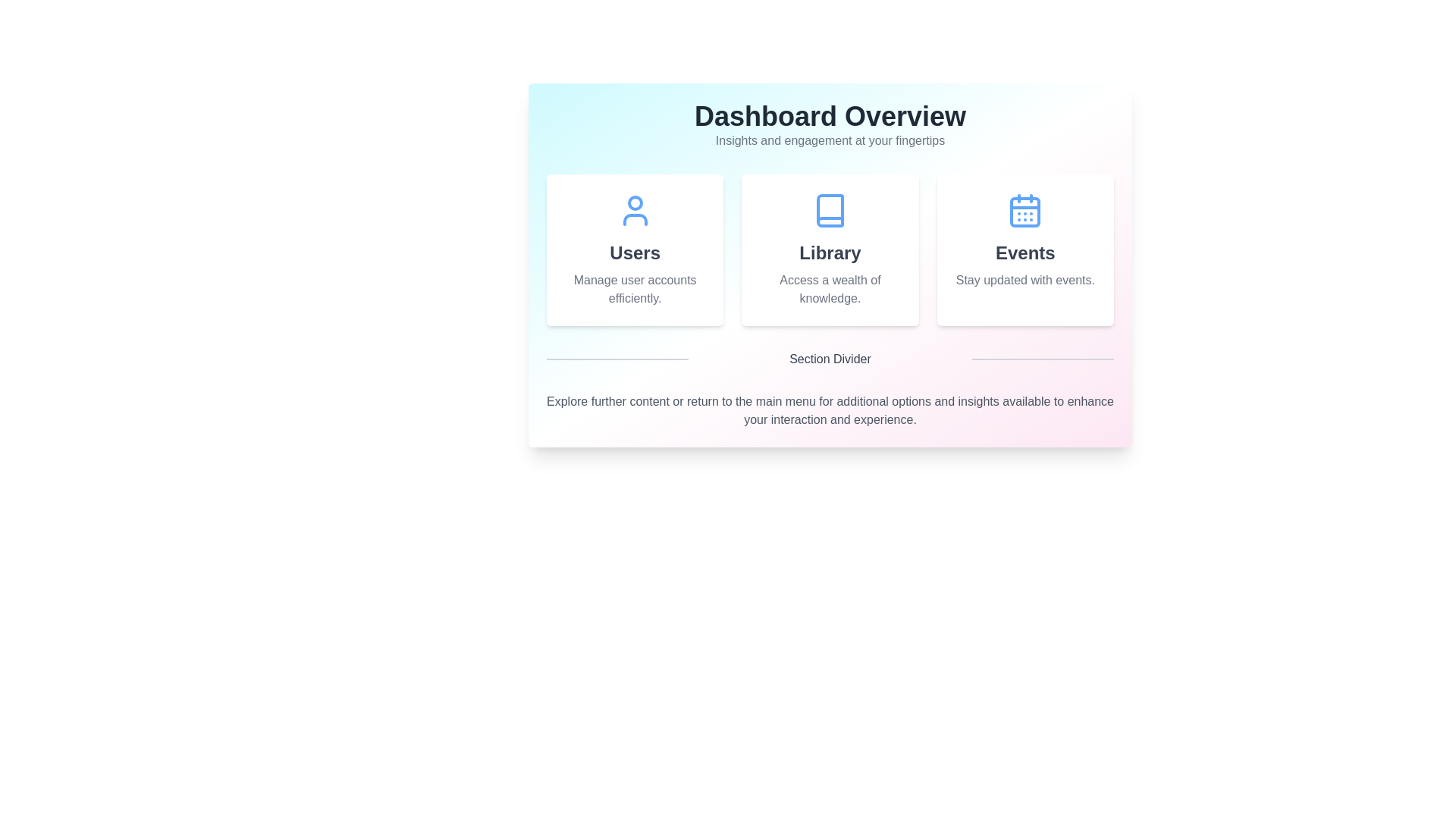  I want to click on the horizontal Separator line that is light gray and positioned to the left within the section, serving as a decorative divider, so click(617, 359).